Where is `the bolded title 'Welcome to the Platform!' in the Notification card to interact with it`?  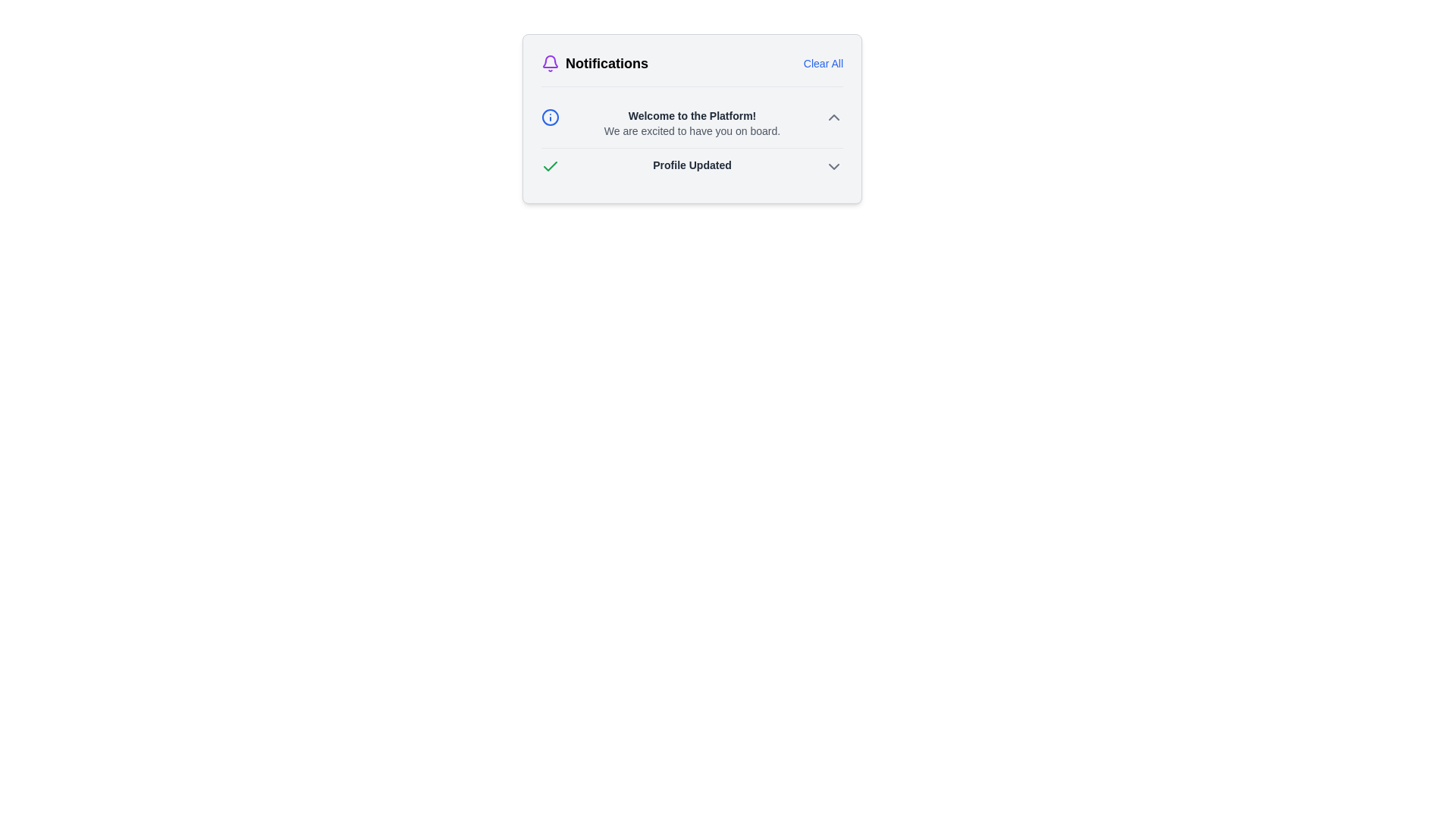 the bolded title 'Welcome to the Platform!' in the Notification card to interact with it is located at coordinates (691, 142).